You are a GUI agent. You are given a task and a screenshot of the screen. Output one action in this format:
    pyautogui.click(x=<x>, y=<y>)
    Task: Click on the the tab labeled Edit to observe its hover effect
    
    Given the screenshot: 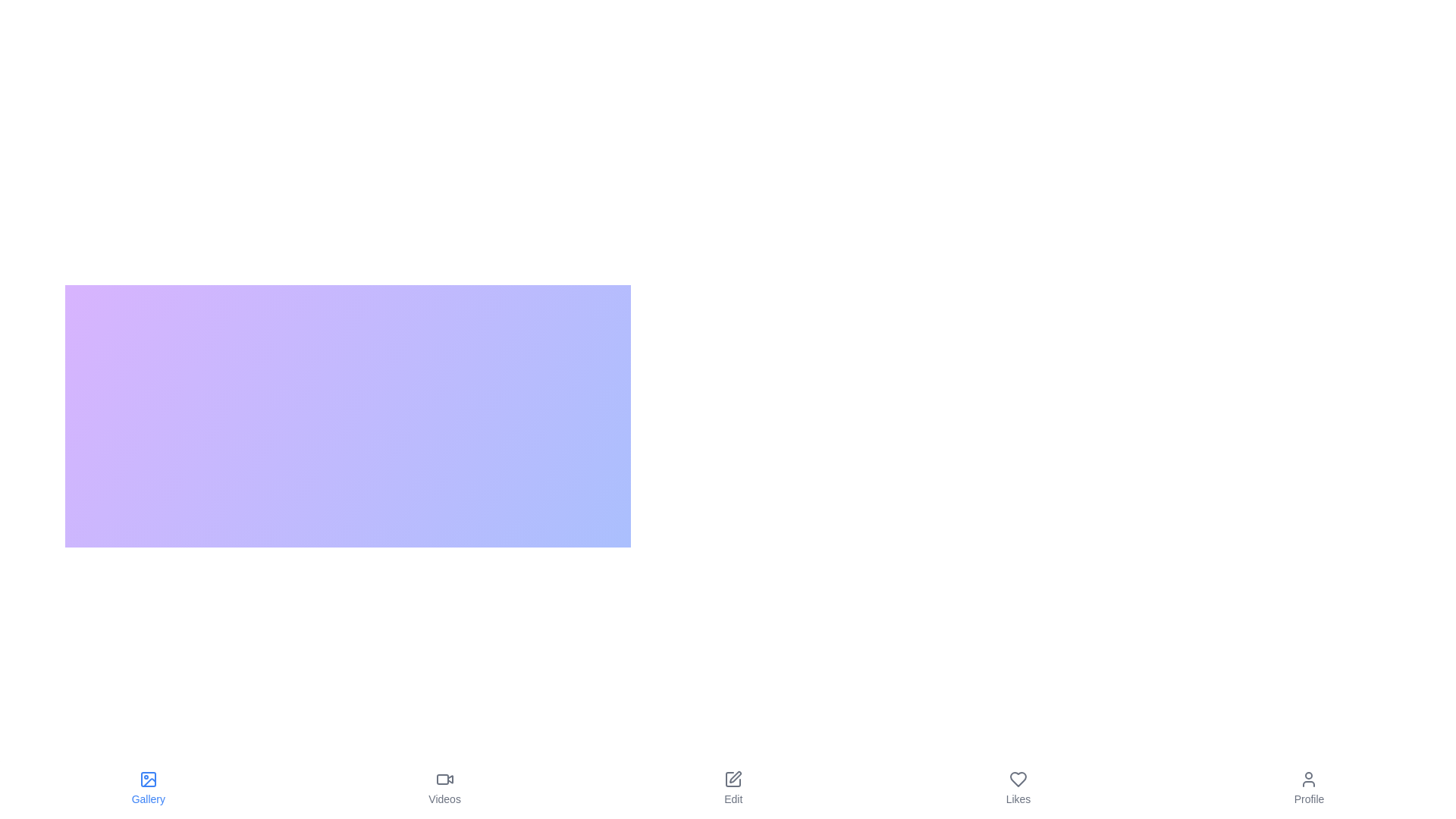 What is the action you would take?
    pyautogui.click(x=733, y=788)
    